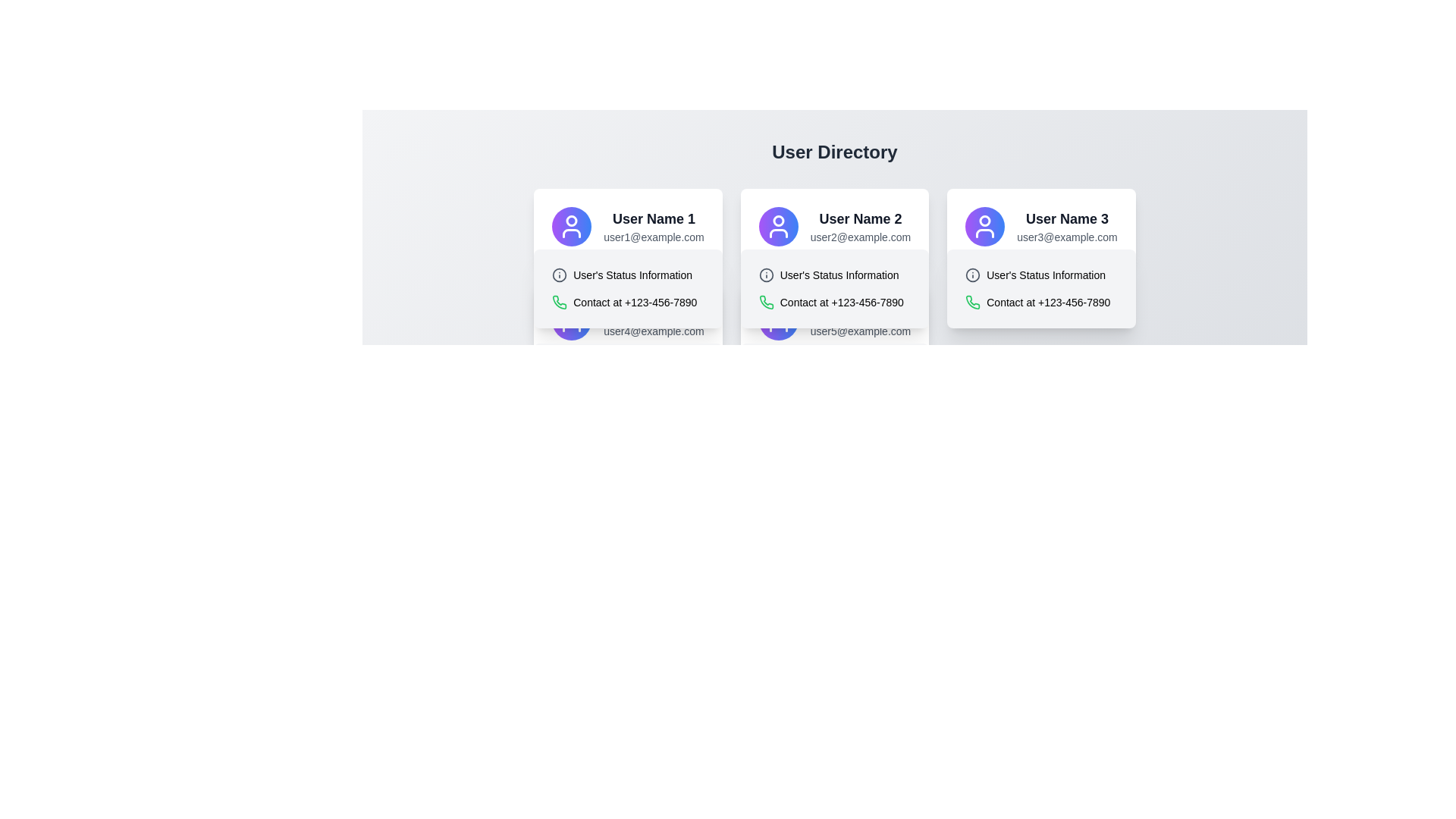 This screenshot has width=1456, height=819. Describe the element at coordinates (841, 302) in the screenshot. I see `the text 'Contact at +123-456-7890' for copying, which is located in the center card of a horizontal user card layout, beneath the 'User's Status Information' text and beside a green phone icon` at that location.